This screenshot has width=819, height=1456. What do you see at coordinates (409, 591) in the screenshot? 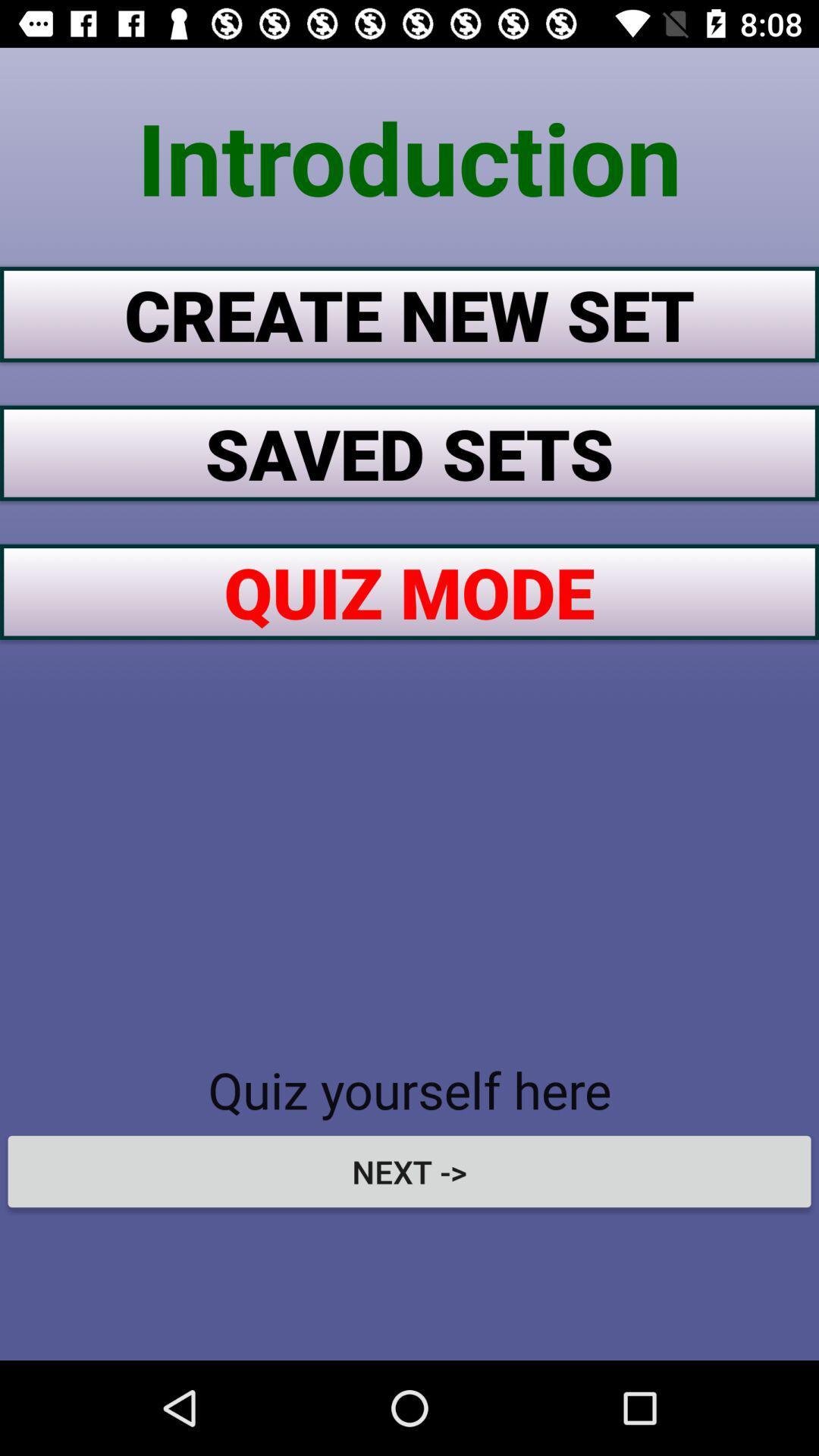
I see `the item at the center` at bounding box center [409, 591].